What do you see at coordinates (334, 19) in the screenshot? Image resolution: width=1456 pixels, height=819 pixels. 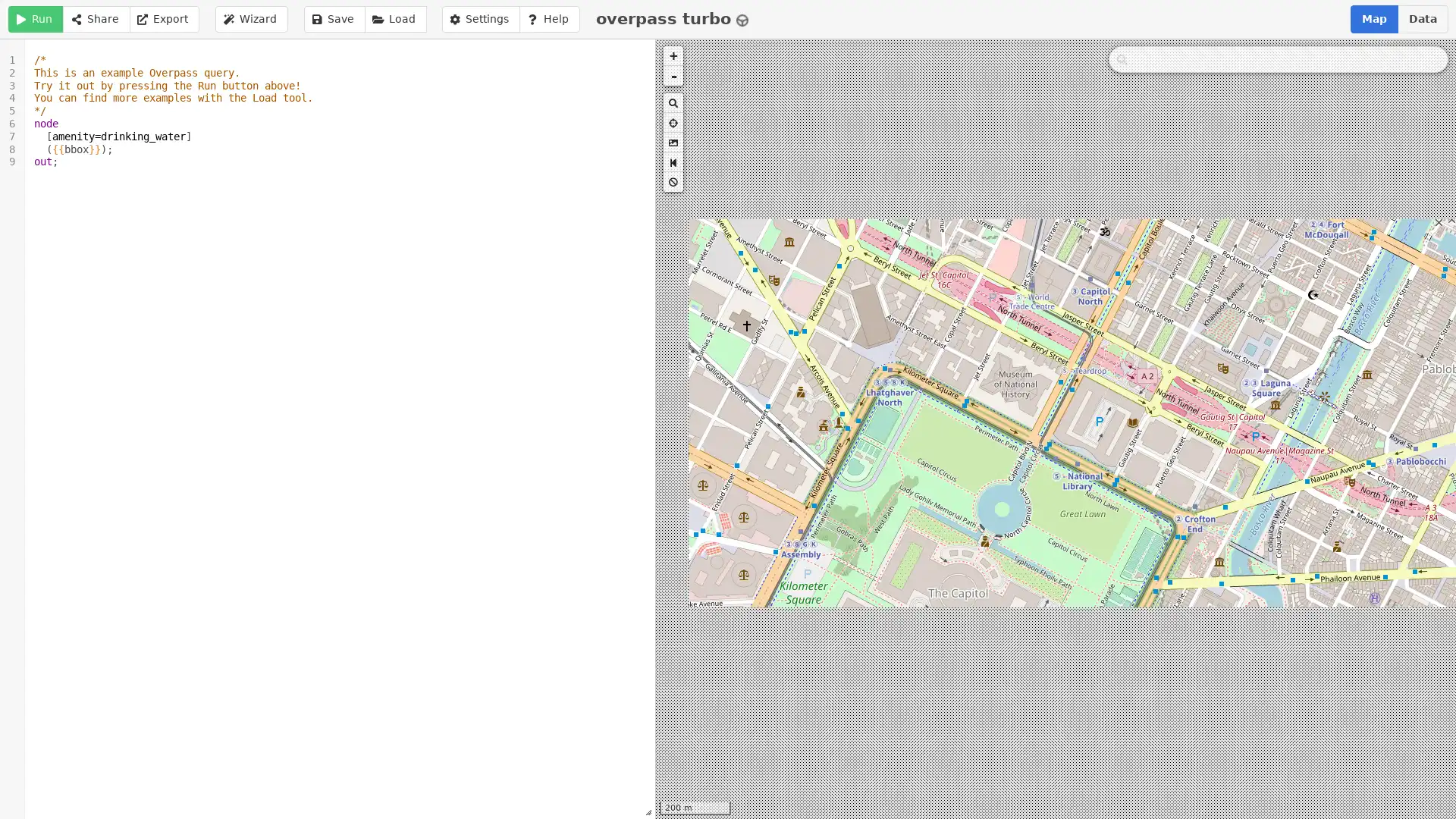 I see `Save` at bounding box center [334, 19].